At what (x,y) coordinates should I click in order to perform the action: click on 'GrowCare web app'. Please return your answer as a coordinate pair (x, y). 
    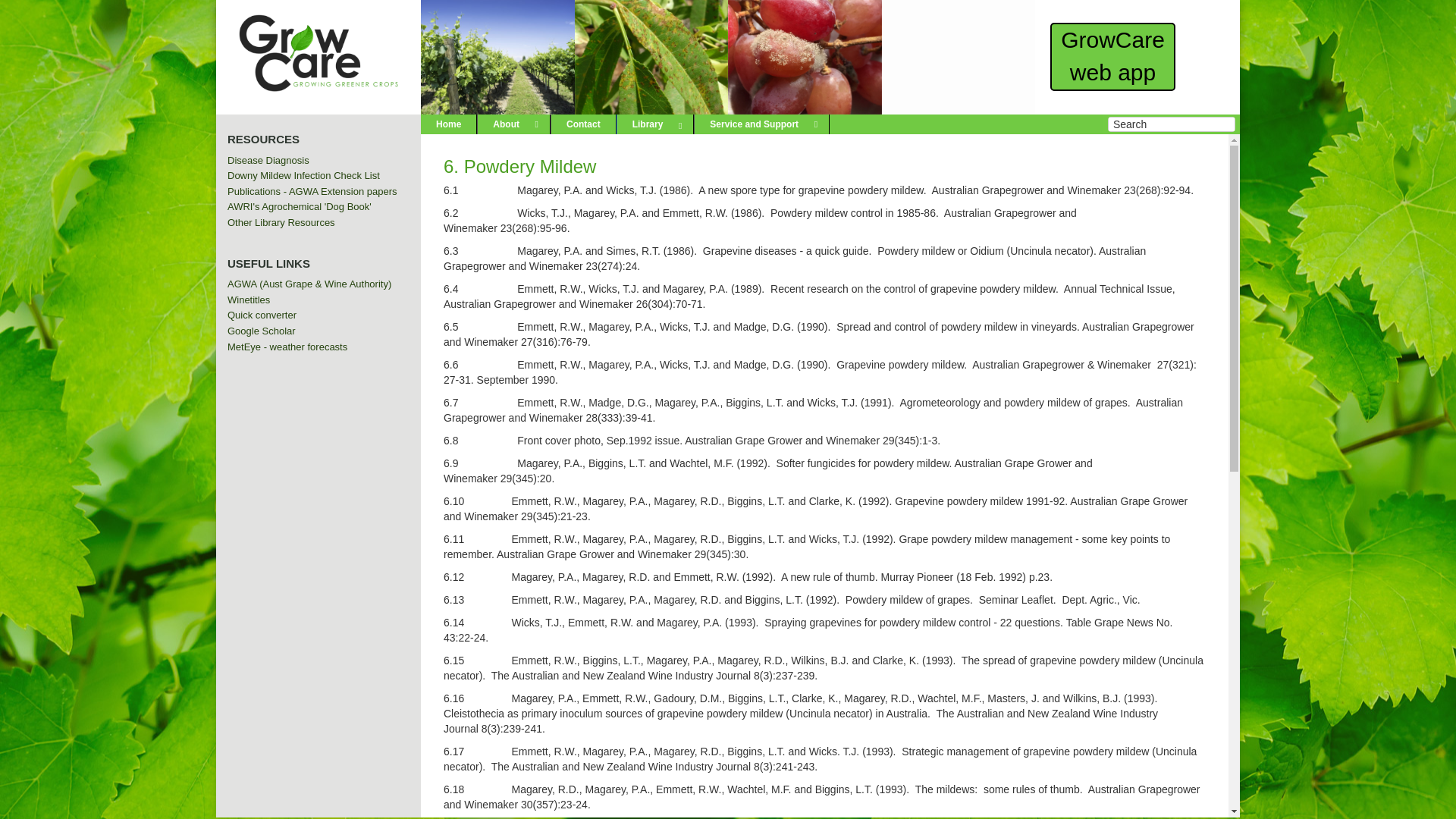
    Looking at the image, I should click on (1112, 55).